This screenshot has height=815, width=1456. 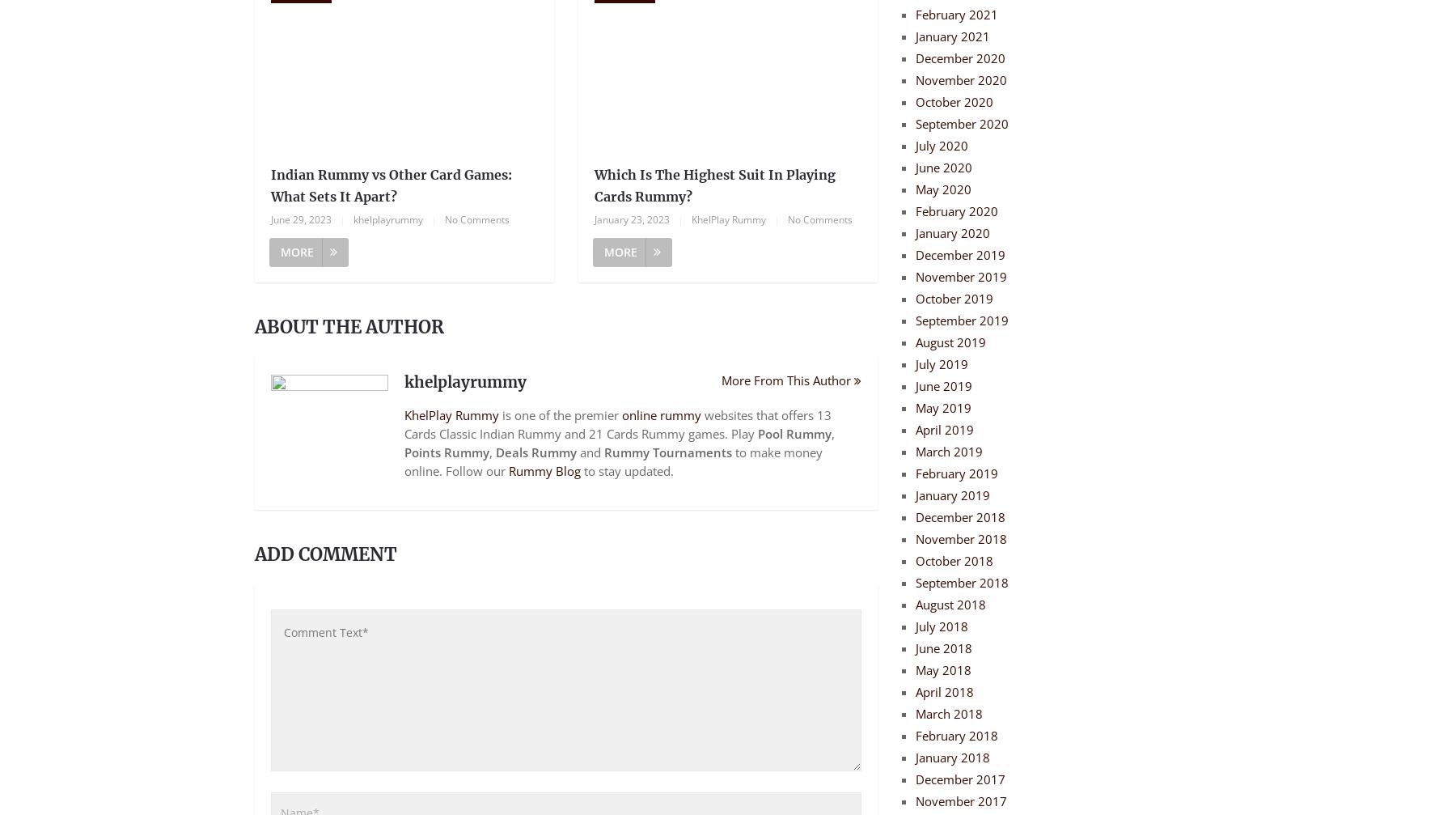 What do you see at coordinates (616, 423) in the screenshot?
I see `'websites that offers 13 Cards Classic Indian Rummy and 21 Cards Rummy games. Play'` at bounding box center [616, 423].